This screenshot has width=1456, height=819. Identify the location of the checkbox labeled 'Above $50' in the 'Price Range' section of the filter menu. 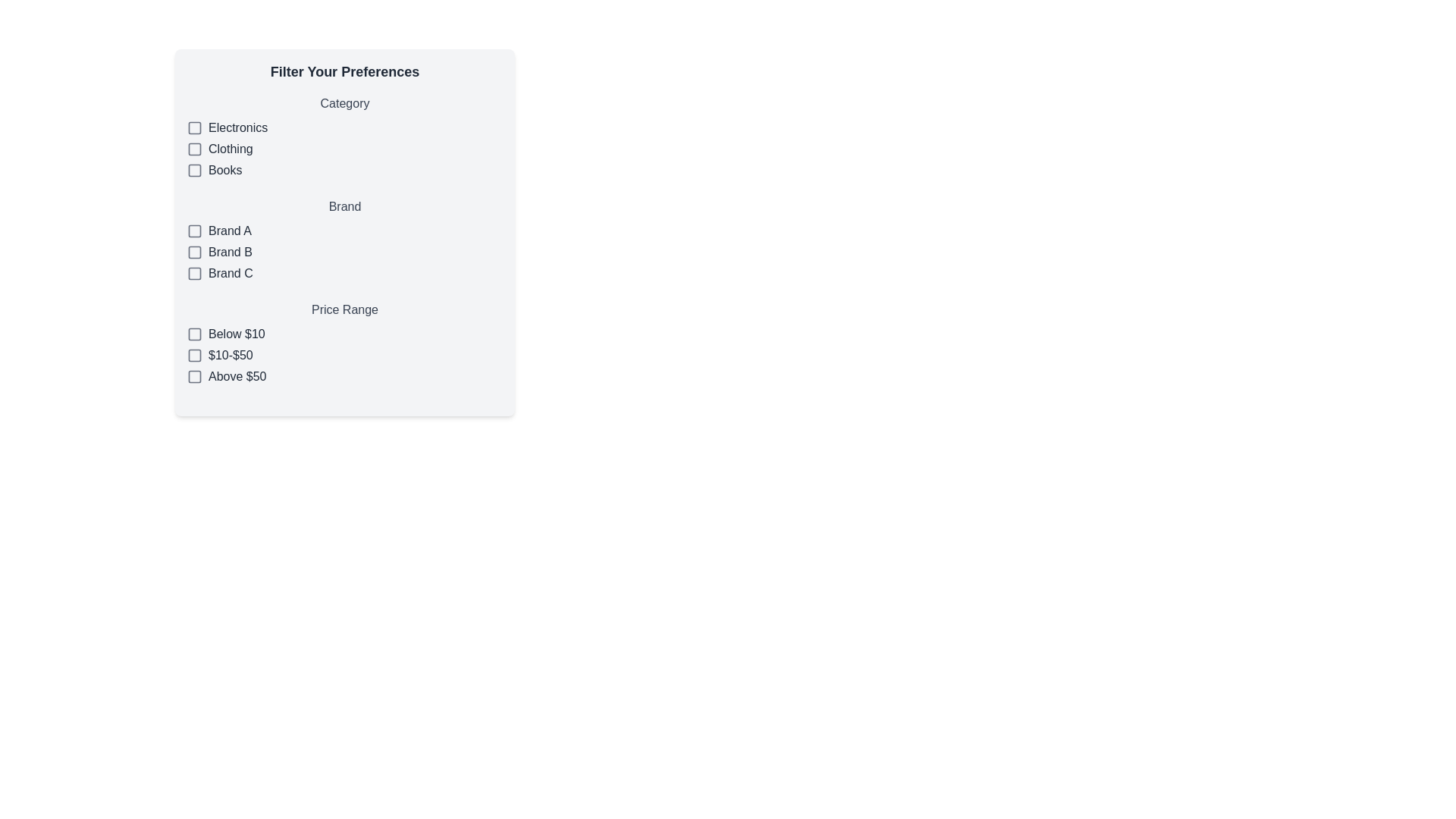
(344, 376).